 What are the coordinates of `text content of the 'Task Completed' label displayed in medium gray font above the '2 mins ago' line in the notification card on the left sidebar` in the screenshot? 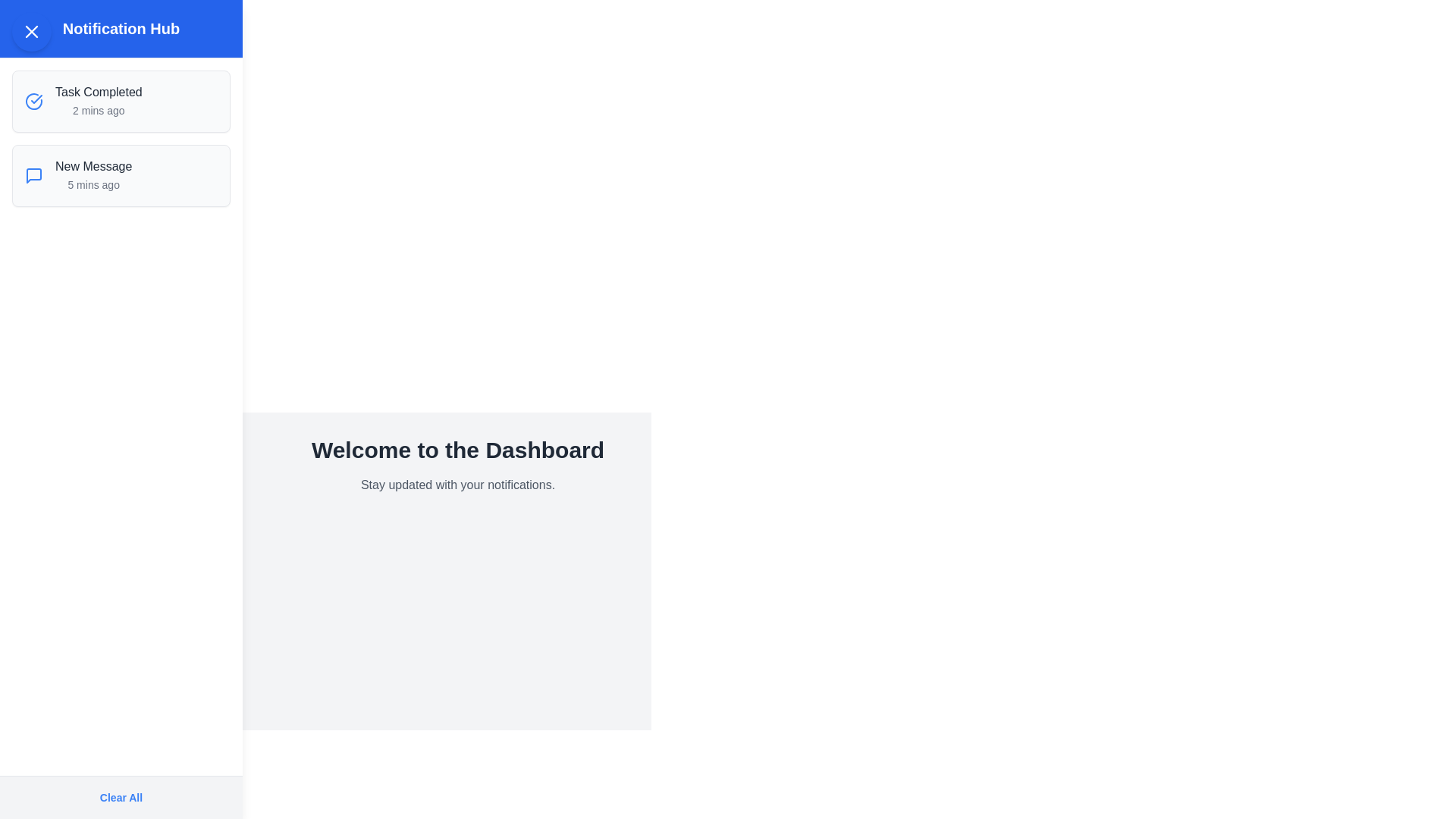 It's located at (98, 93).